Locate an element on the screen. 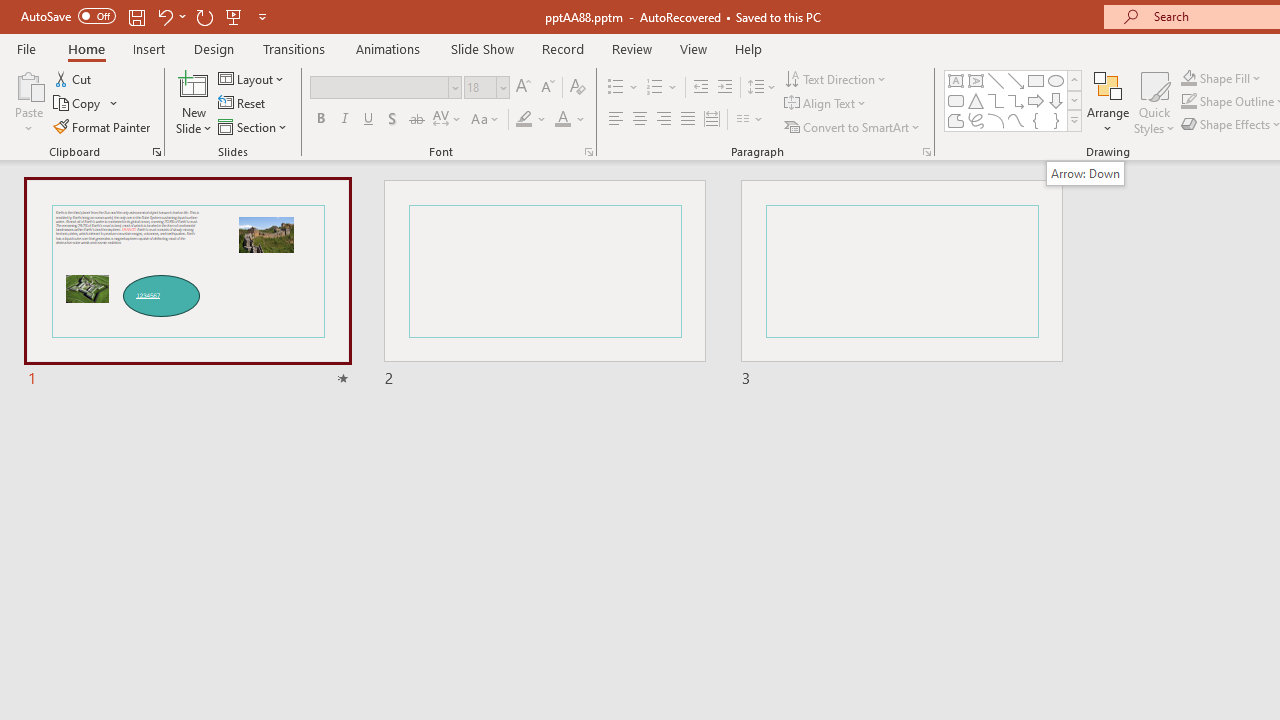 Image resolution: width=1280 pixels, height=720 pixels. 'Arrange' is located at coordinates (1107, 103).